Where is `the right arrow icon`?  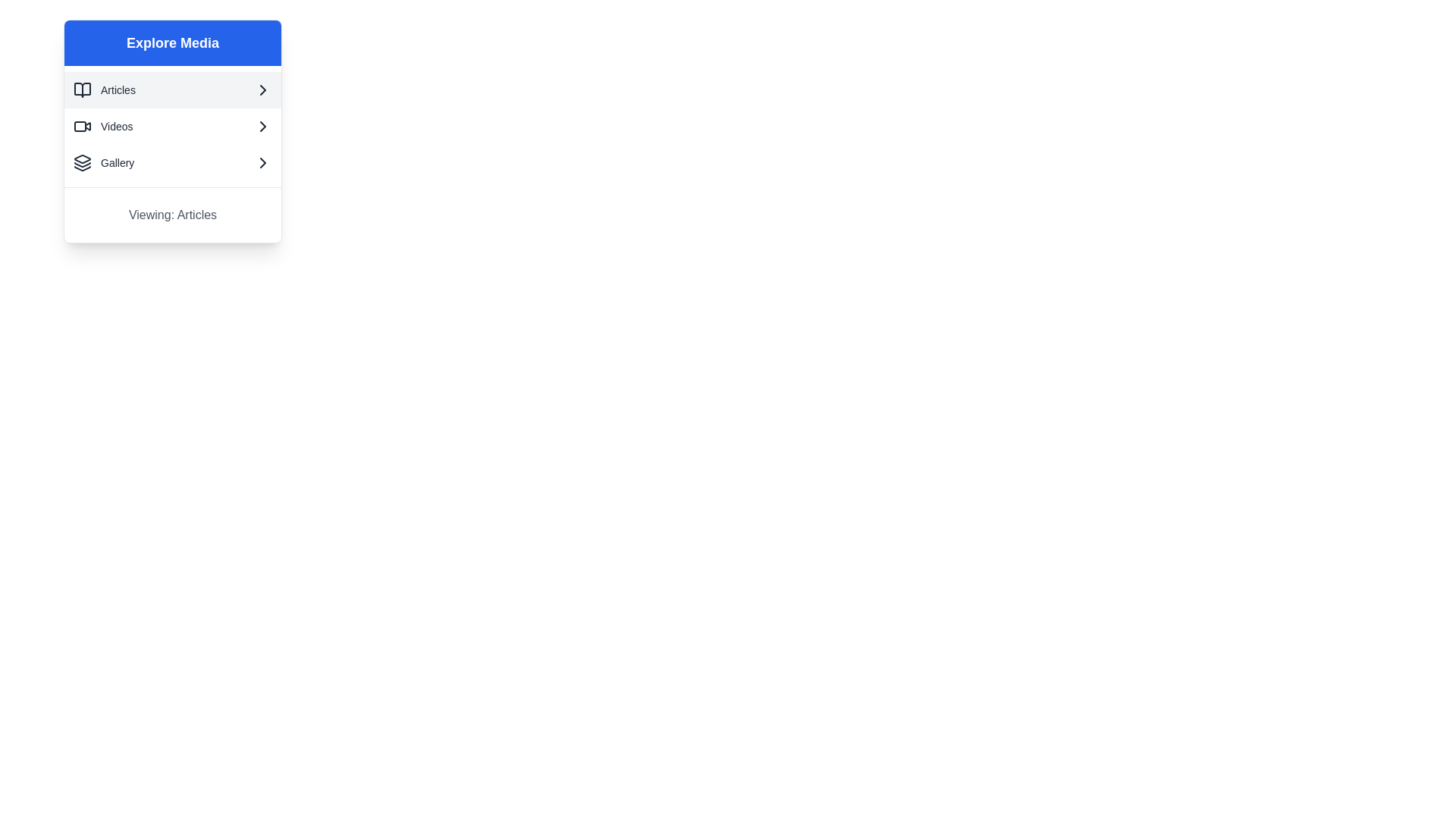 the right arrow icon is located at coordinates (262, 125).